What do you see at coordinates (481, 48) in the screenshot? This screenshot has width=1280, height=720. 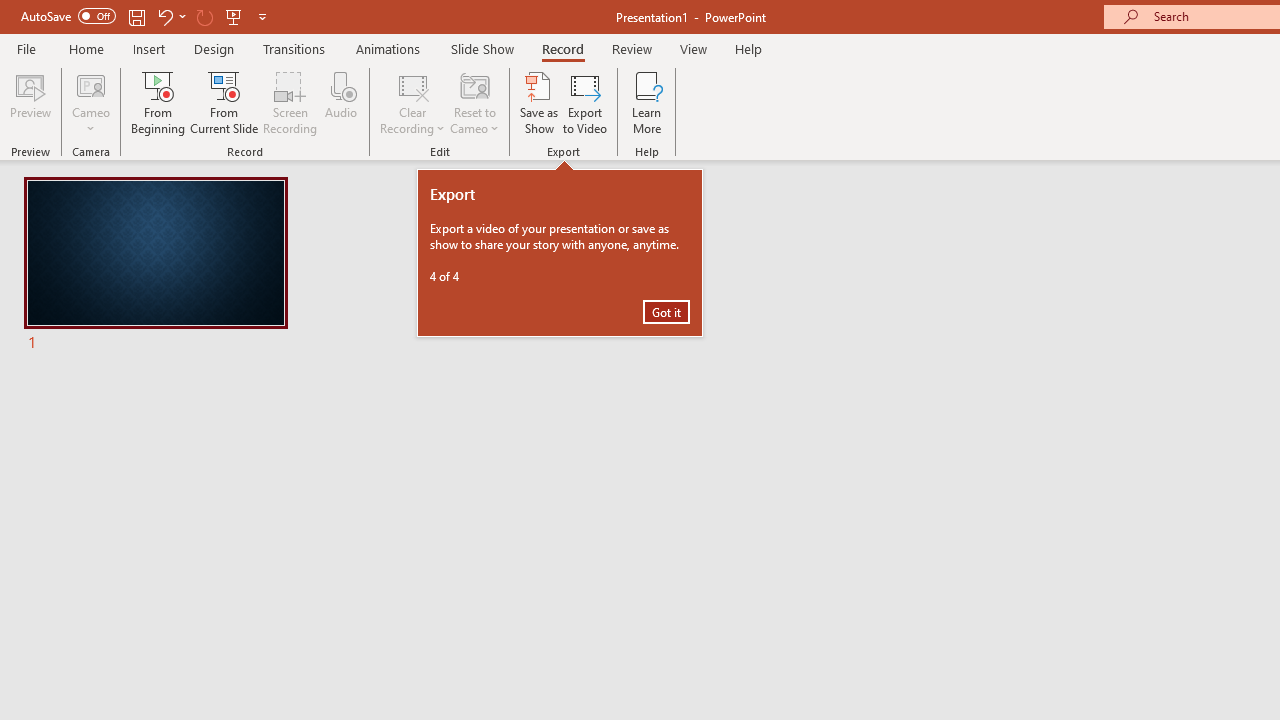 I see `'Slide Show'` at bounding box center [481, 48].